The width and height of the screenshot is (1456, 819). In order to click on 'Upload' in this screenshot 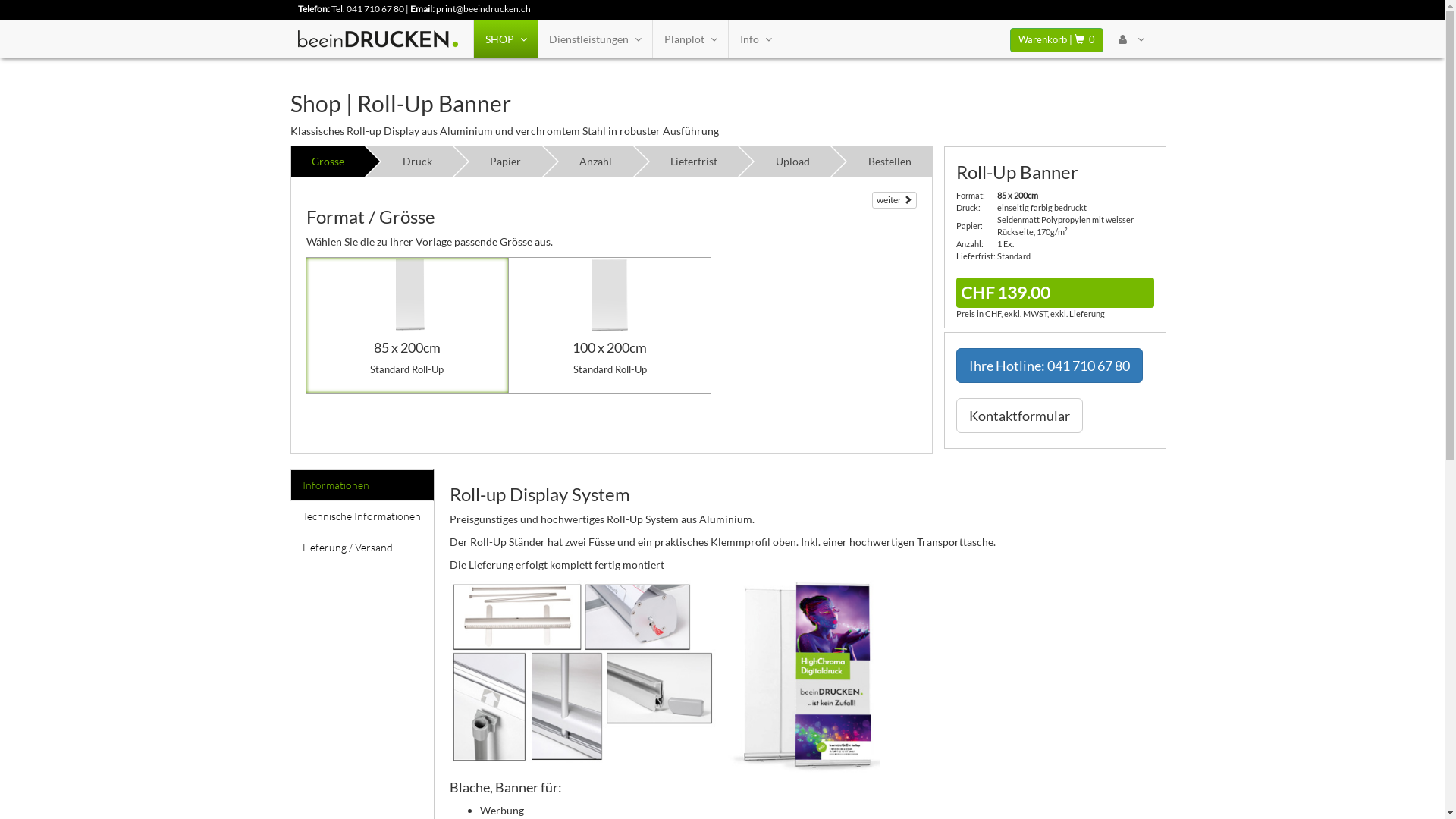, I will do `click(792, 161)`.